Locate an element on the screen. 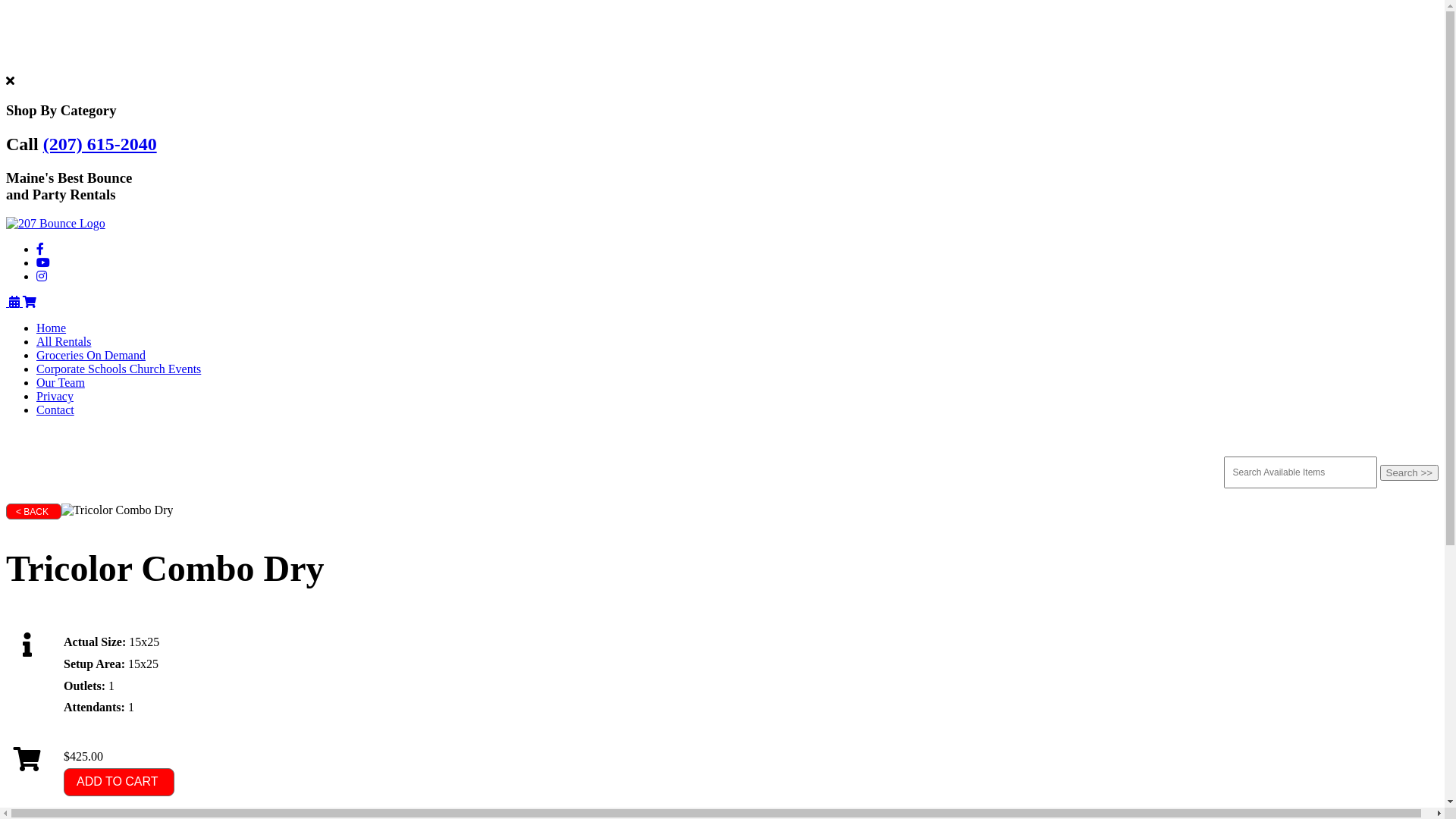  'Corporate Schools Church Events' is located at coordinates (118, 369).